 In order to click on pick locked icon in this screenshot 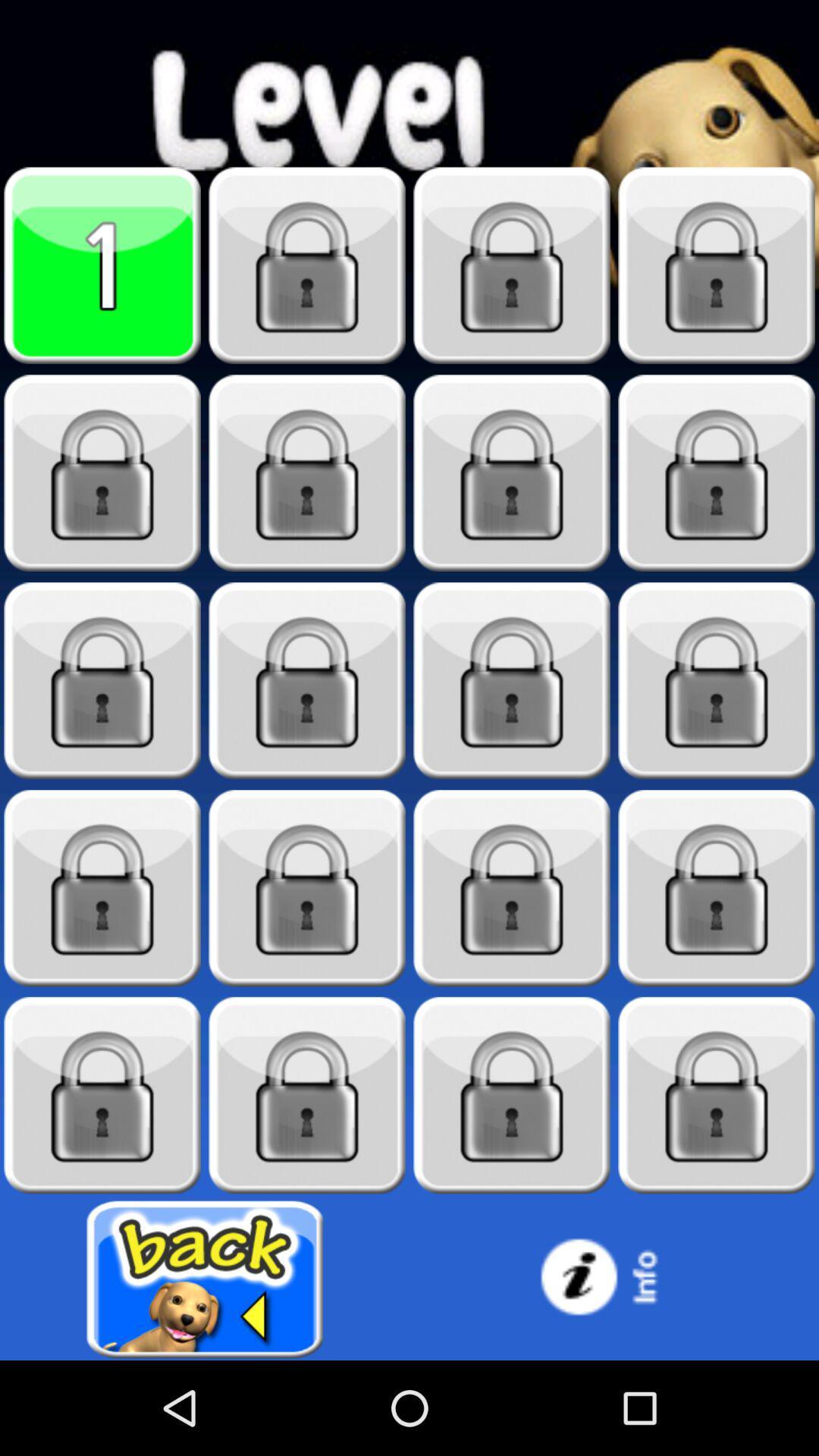, I will do `click(512, 888)`.